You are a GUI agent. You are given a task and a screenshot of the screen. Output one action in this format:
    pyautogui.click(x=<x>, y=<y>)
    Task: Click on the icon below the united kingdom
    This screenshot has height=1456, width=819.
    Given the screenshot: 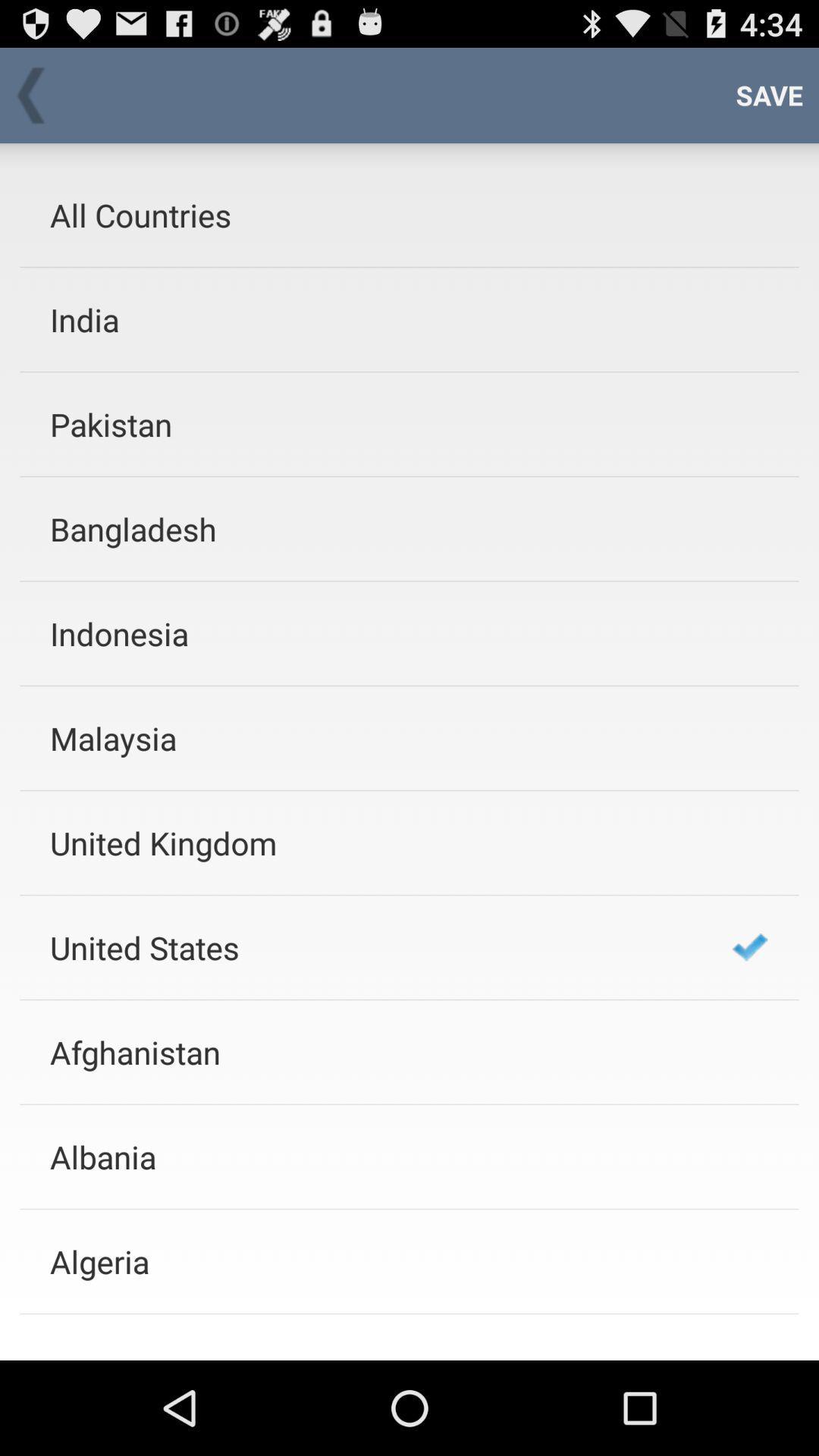 What is the action you would take?
    pyautogui.click(x=371, y=946)
    